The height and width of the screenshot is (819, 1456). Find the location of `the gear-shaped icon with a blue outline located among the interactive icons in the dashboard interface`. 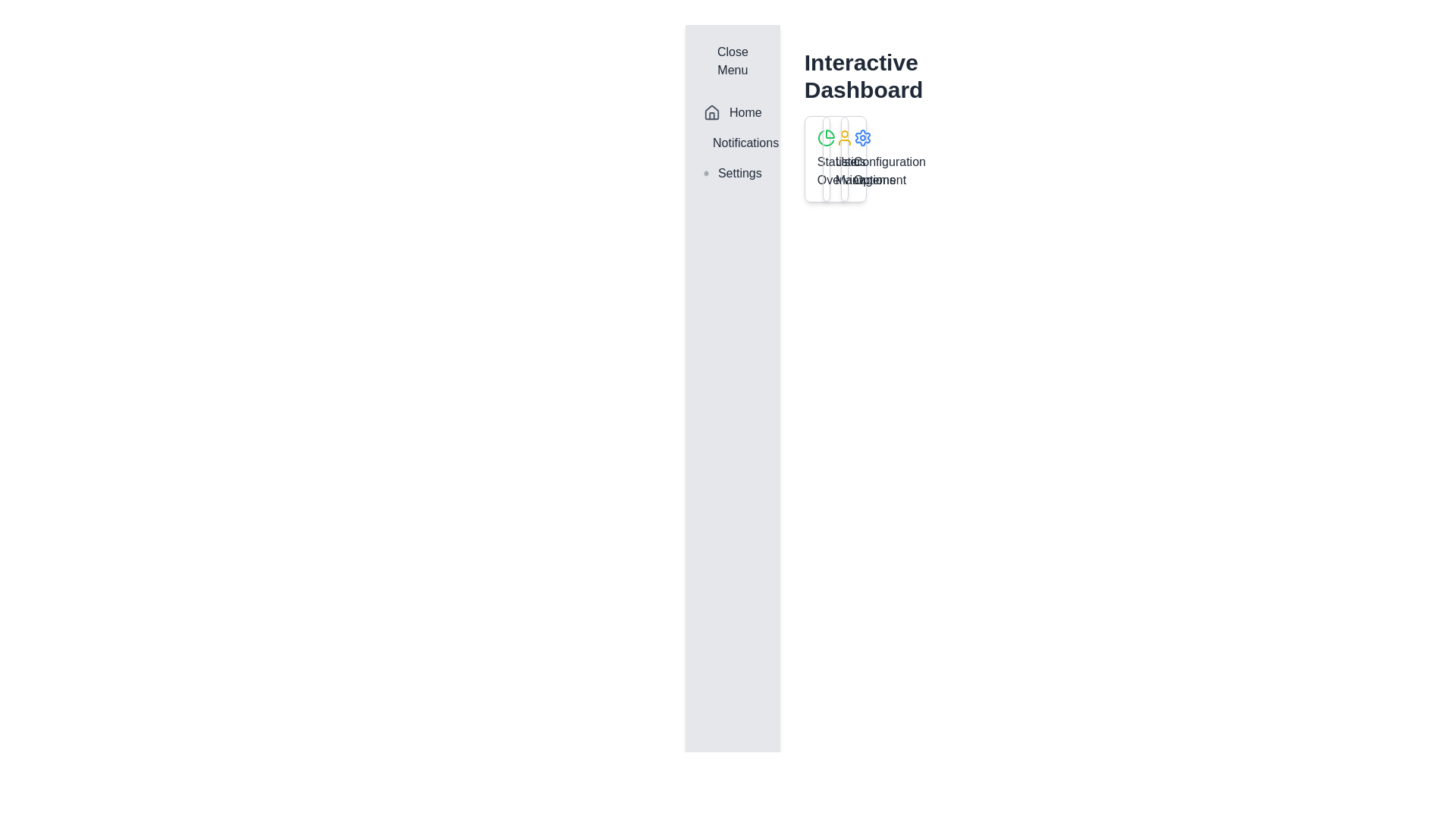

the gear-shaped icon with a blue outline located among the interactive icons in the dashboard interface is located at coordinates (862, 137).